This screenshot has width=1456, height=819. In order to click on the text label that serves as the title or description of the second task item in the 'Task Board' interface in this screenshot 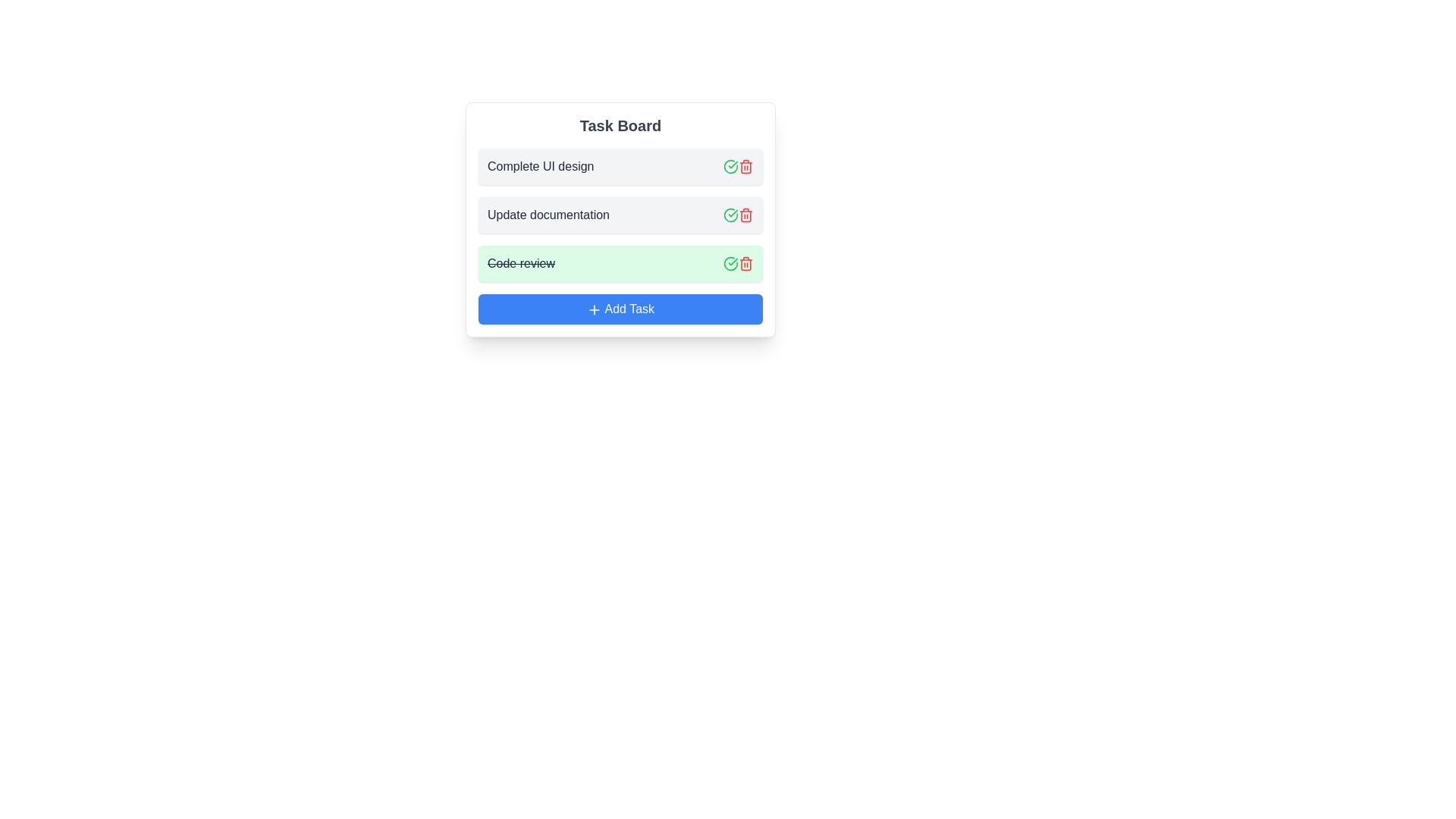, I will do `click(604, 215)`.